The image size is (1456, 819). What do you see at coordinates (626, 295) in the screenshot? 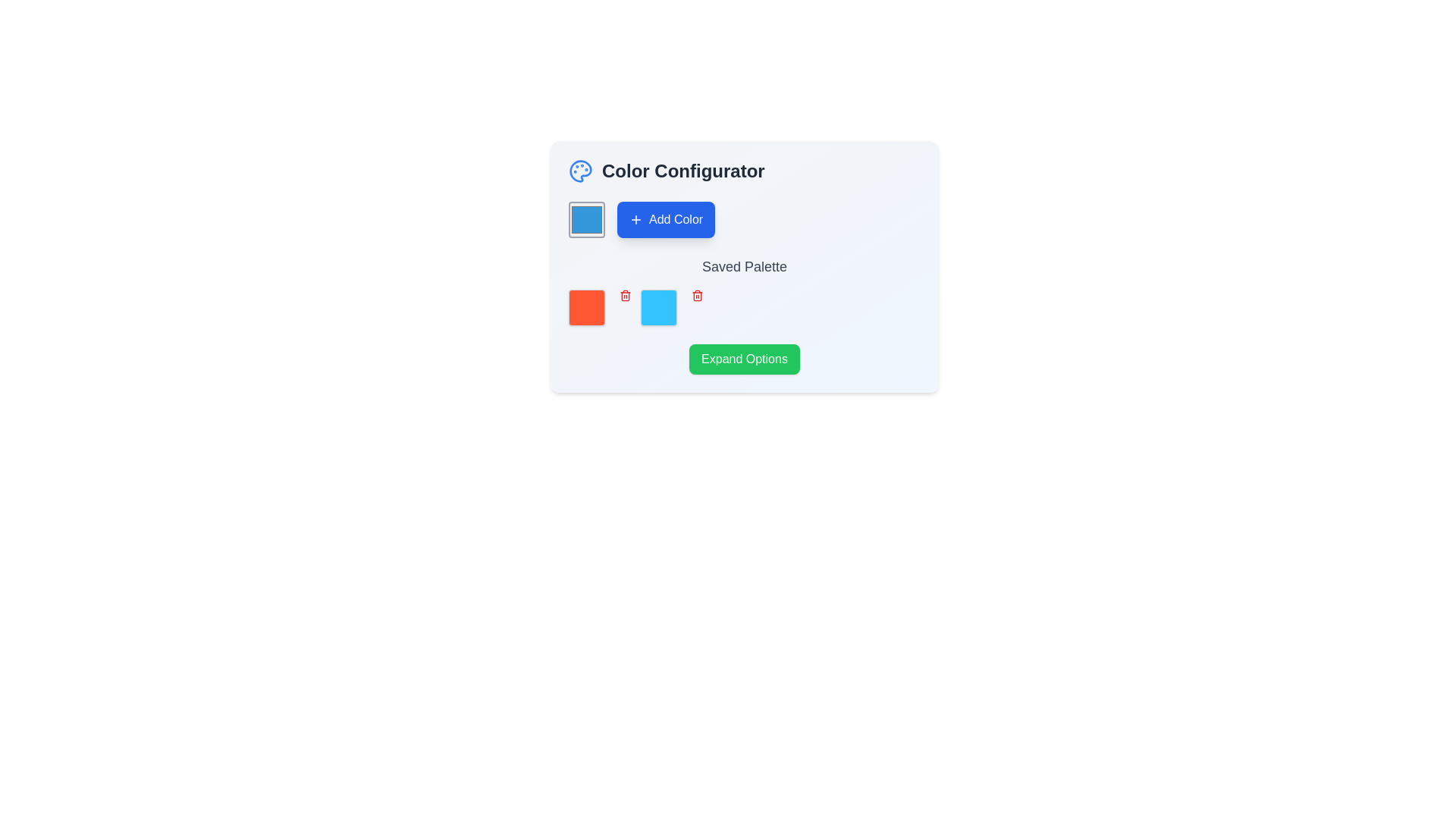
I see `the small red trash can icon button located in the 'Saved Palette' section` at bounding box center [626, 295].